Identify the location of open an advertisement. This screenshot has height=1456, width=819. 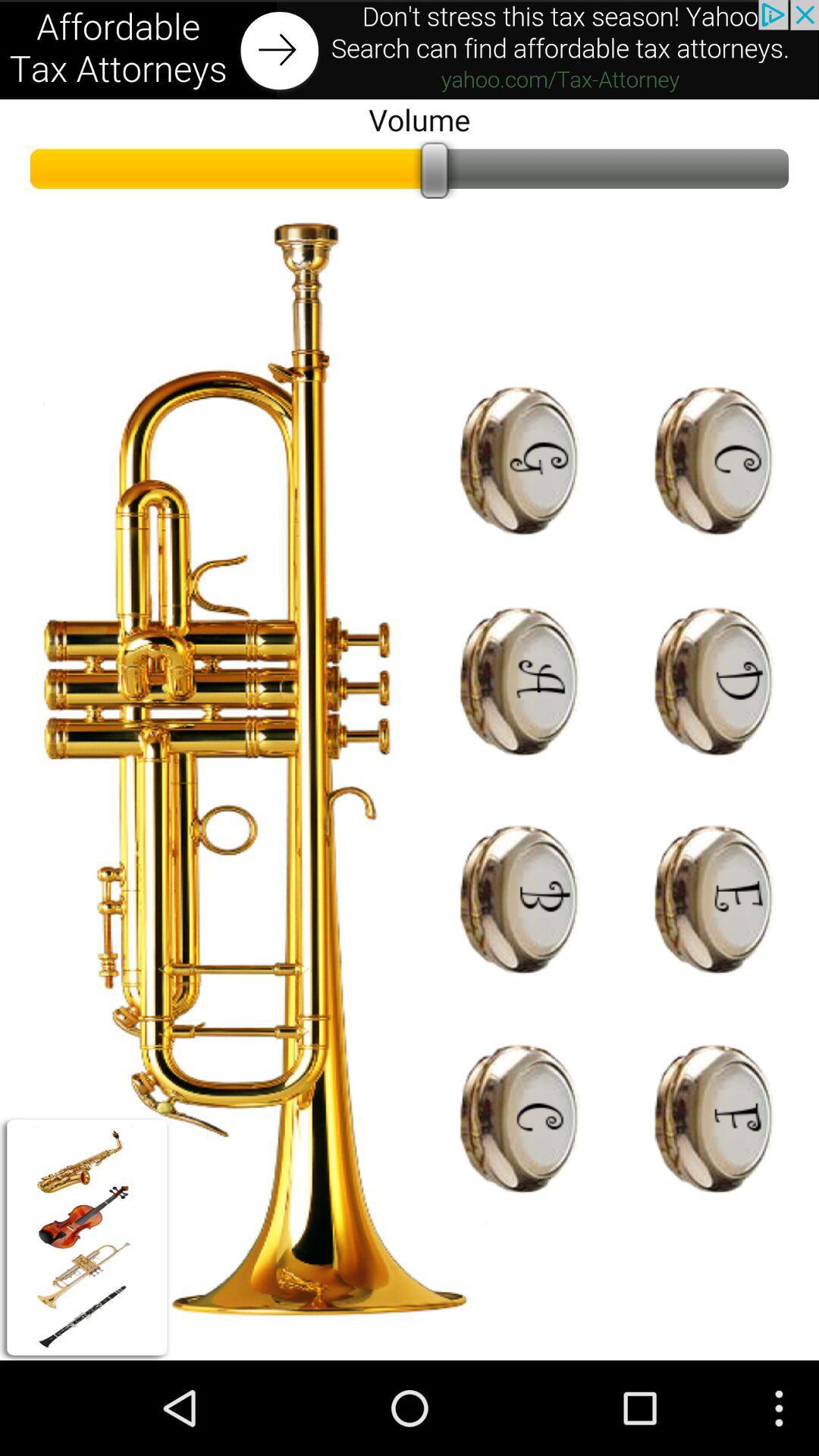
(409, 49).